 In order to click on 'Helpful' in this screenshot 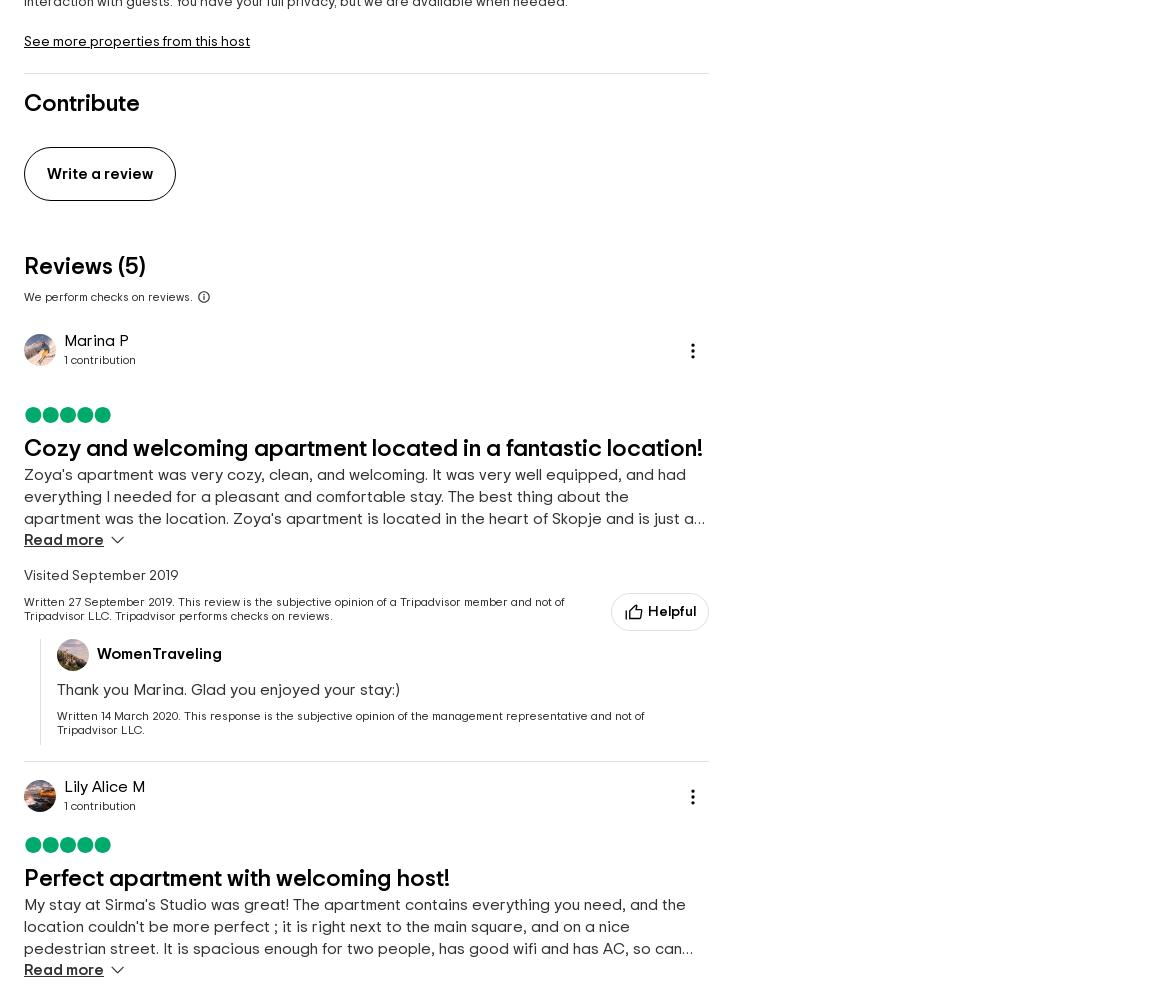, I will do `click(670, 611)`.